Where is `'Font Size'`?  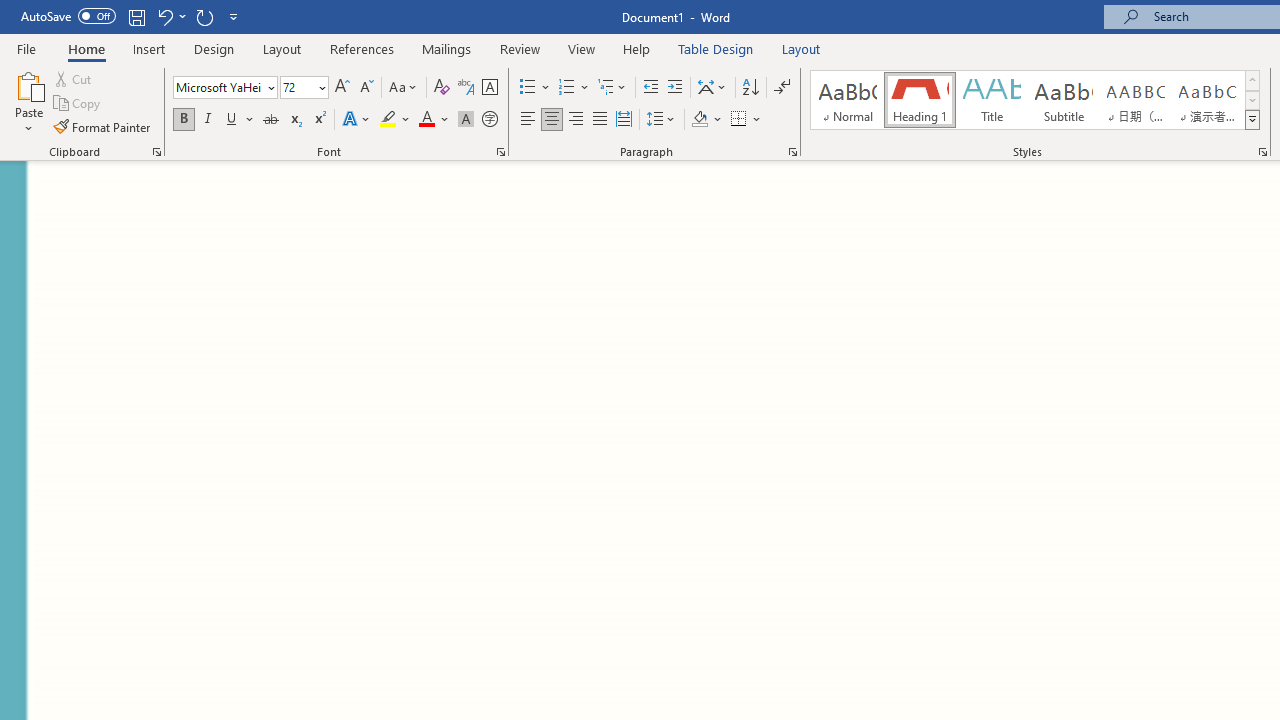
'Font Size' is located at coordinates (297, 86).